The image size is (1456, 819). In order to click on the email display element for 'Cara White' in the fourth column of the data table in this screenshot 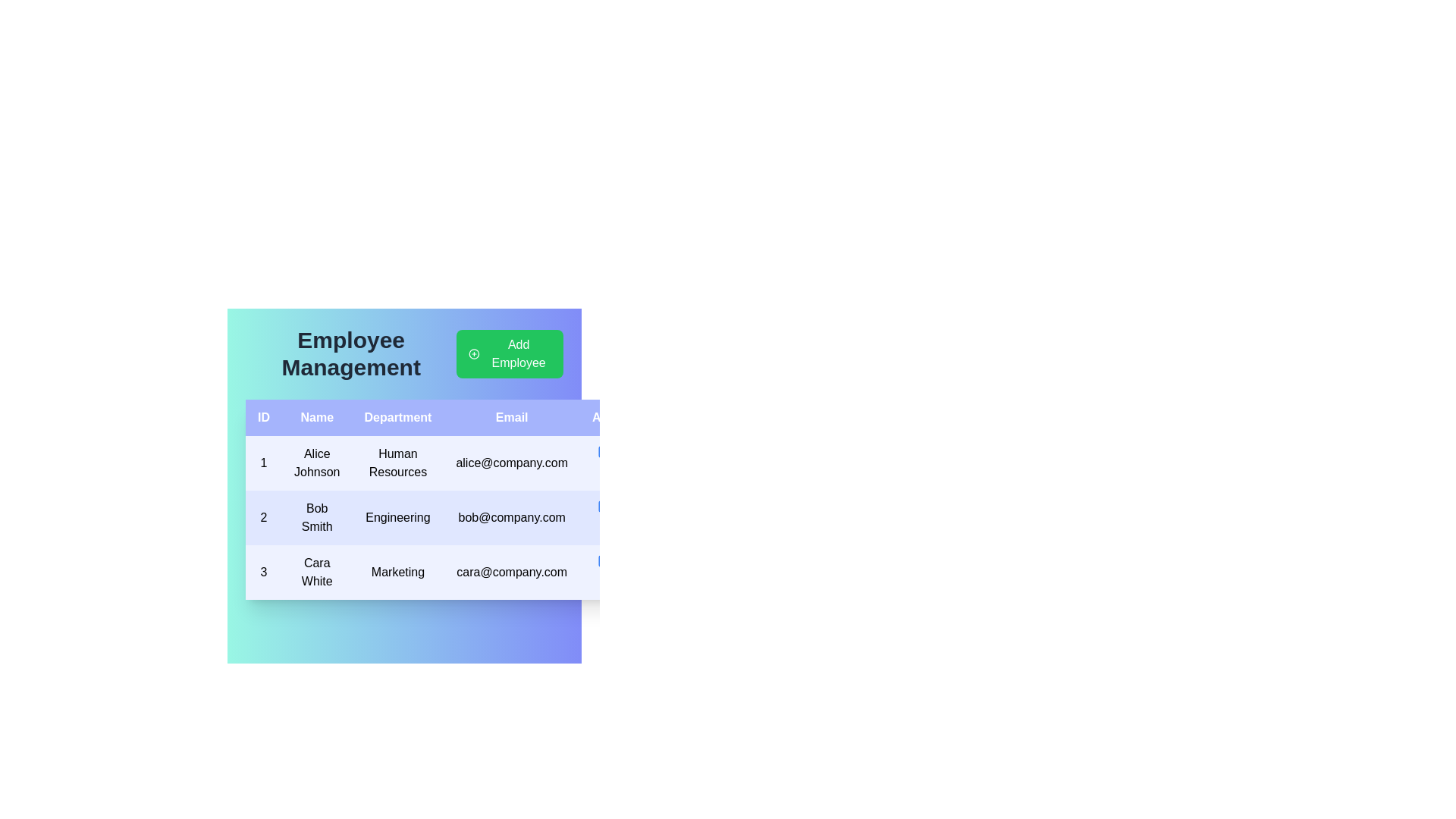, I will do `click(512, 573)`.